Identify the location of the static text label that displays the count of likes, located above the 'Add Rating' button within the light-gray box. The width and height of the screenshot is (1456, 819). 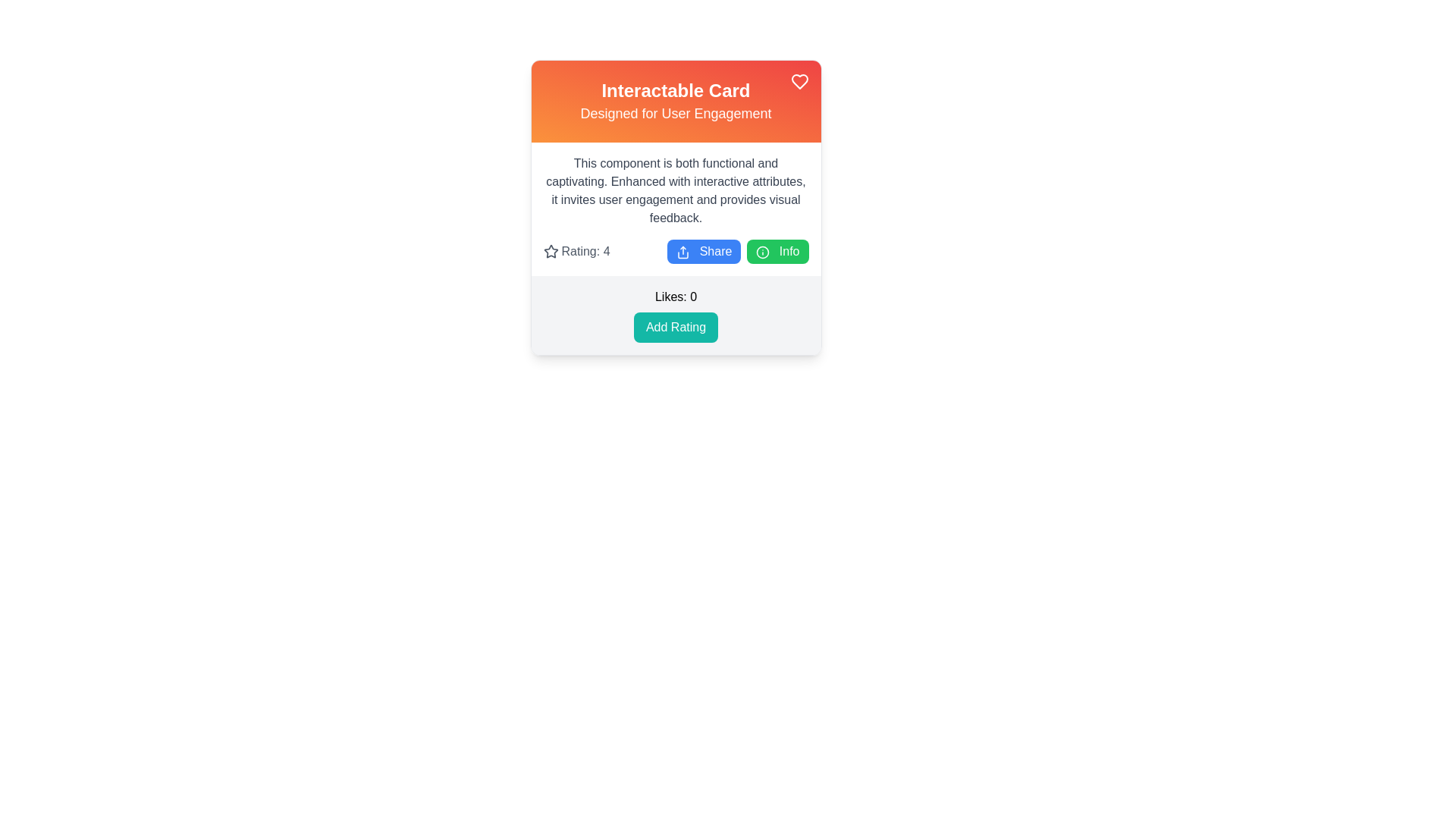
(675, 297).